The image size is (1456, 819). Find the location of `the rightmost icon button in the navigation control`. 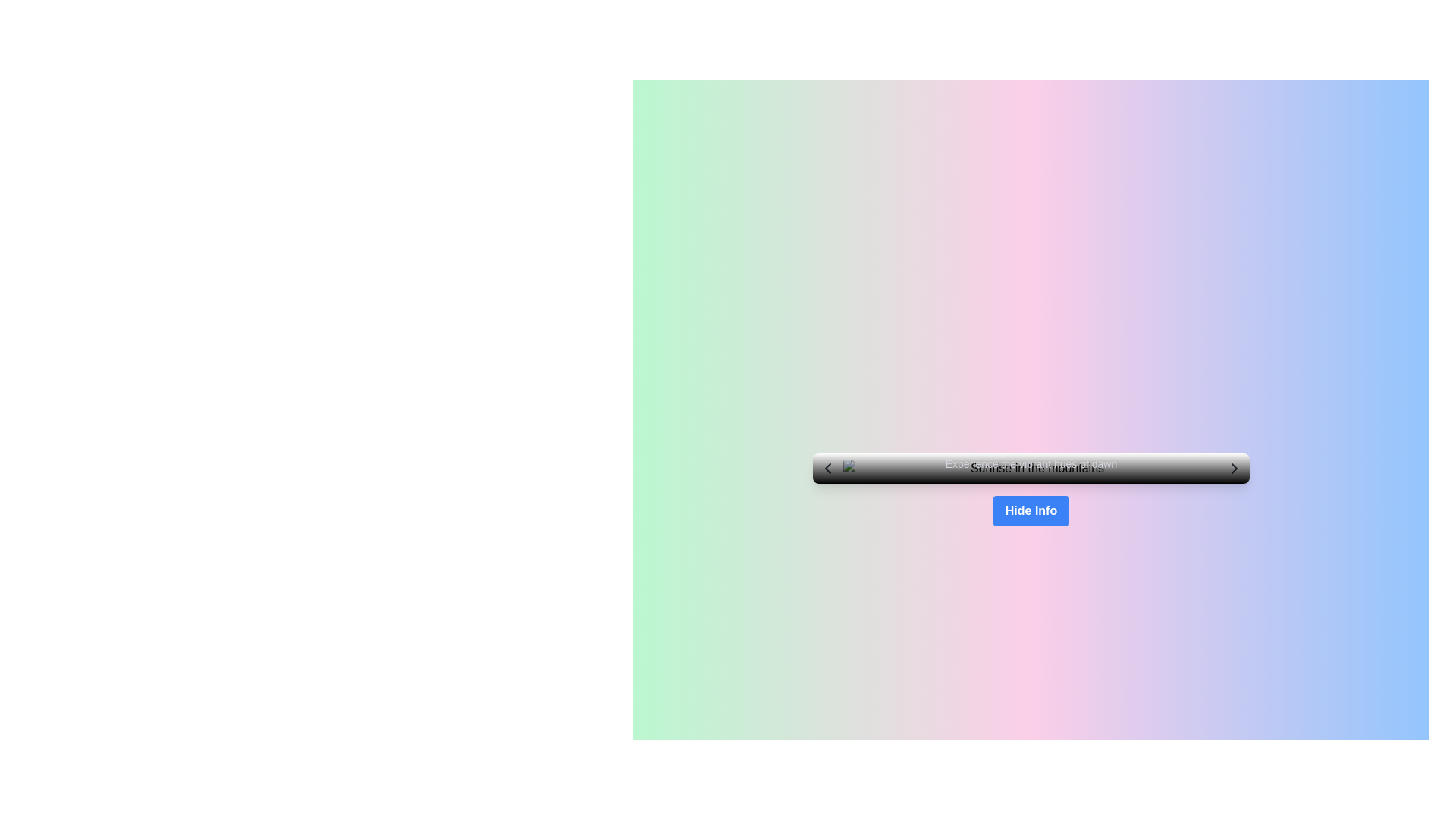

the rightmost icon button in the navigation control is located at coordinates (1234, 467).